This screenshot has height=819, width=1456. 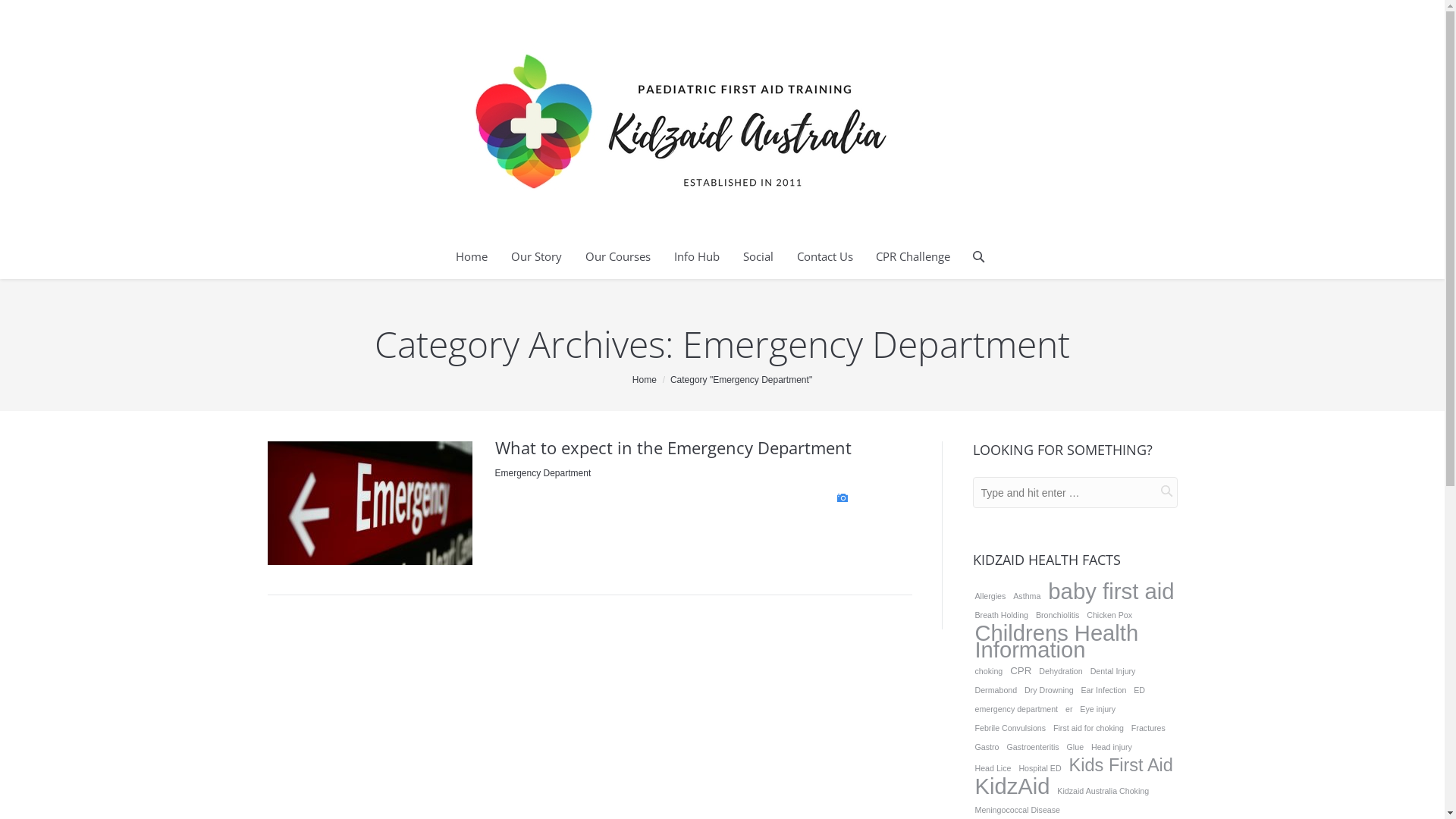 I want to click on 'Kidzaid Australia Choking', so click(x=1103, y=789).